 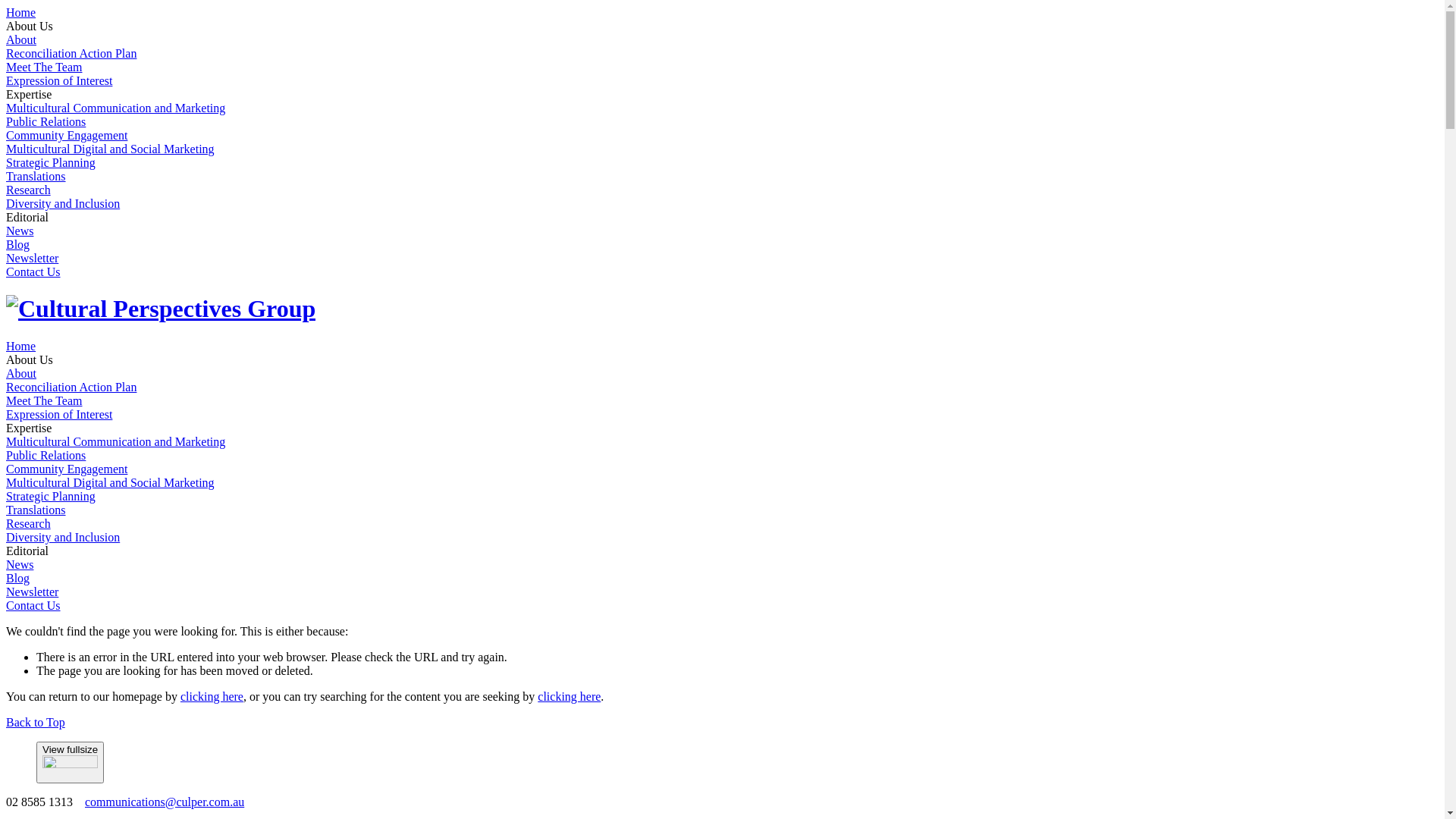 What do you see at coordinates (58, 414) in the screenshot?
I see `'Expression of Interest'` at bounding box center [58, 414].